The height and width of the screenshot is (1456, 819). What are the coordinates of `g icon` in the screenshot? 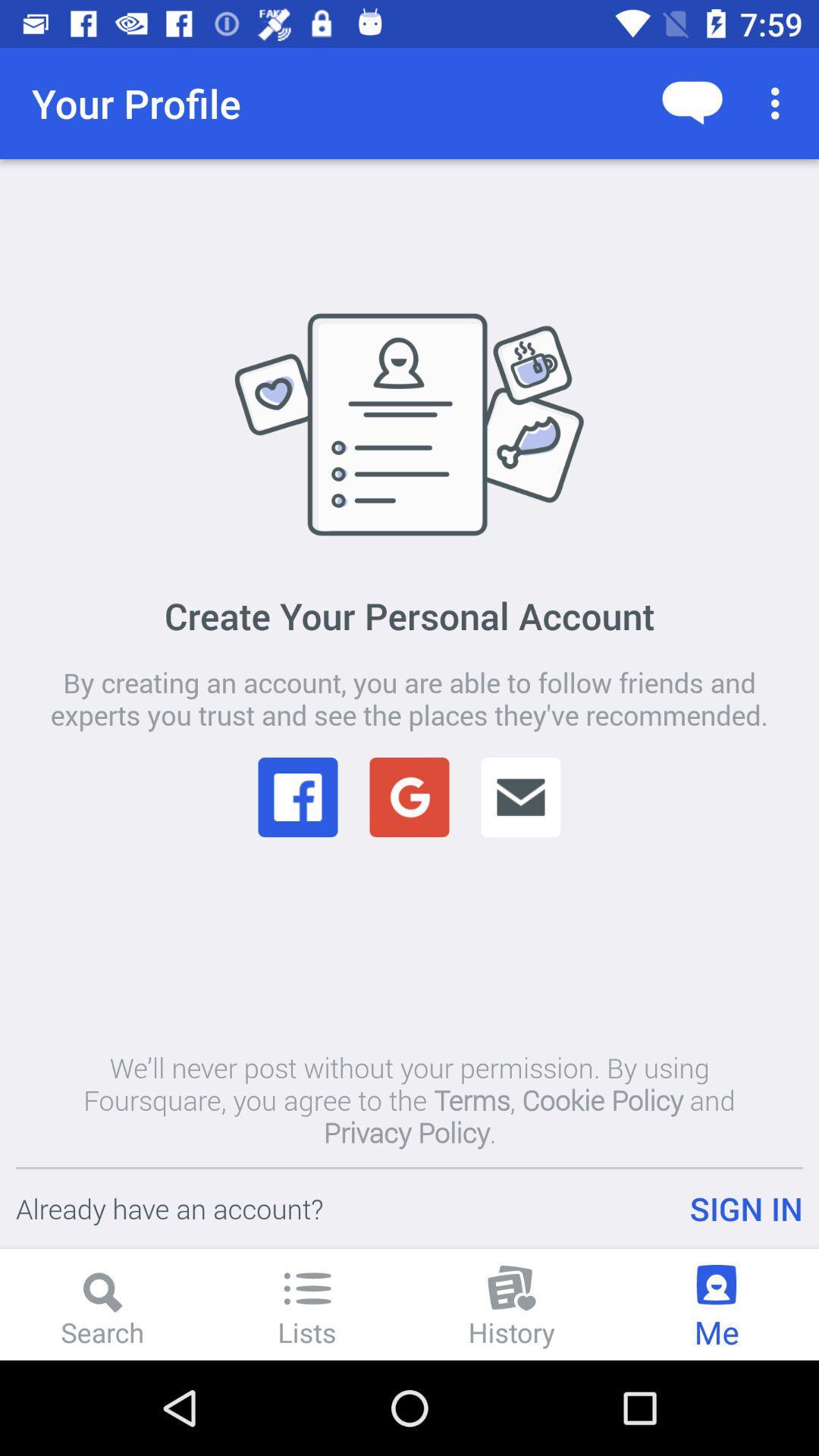 It's located at (409, 796).